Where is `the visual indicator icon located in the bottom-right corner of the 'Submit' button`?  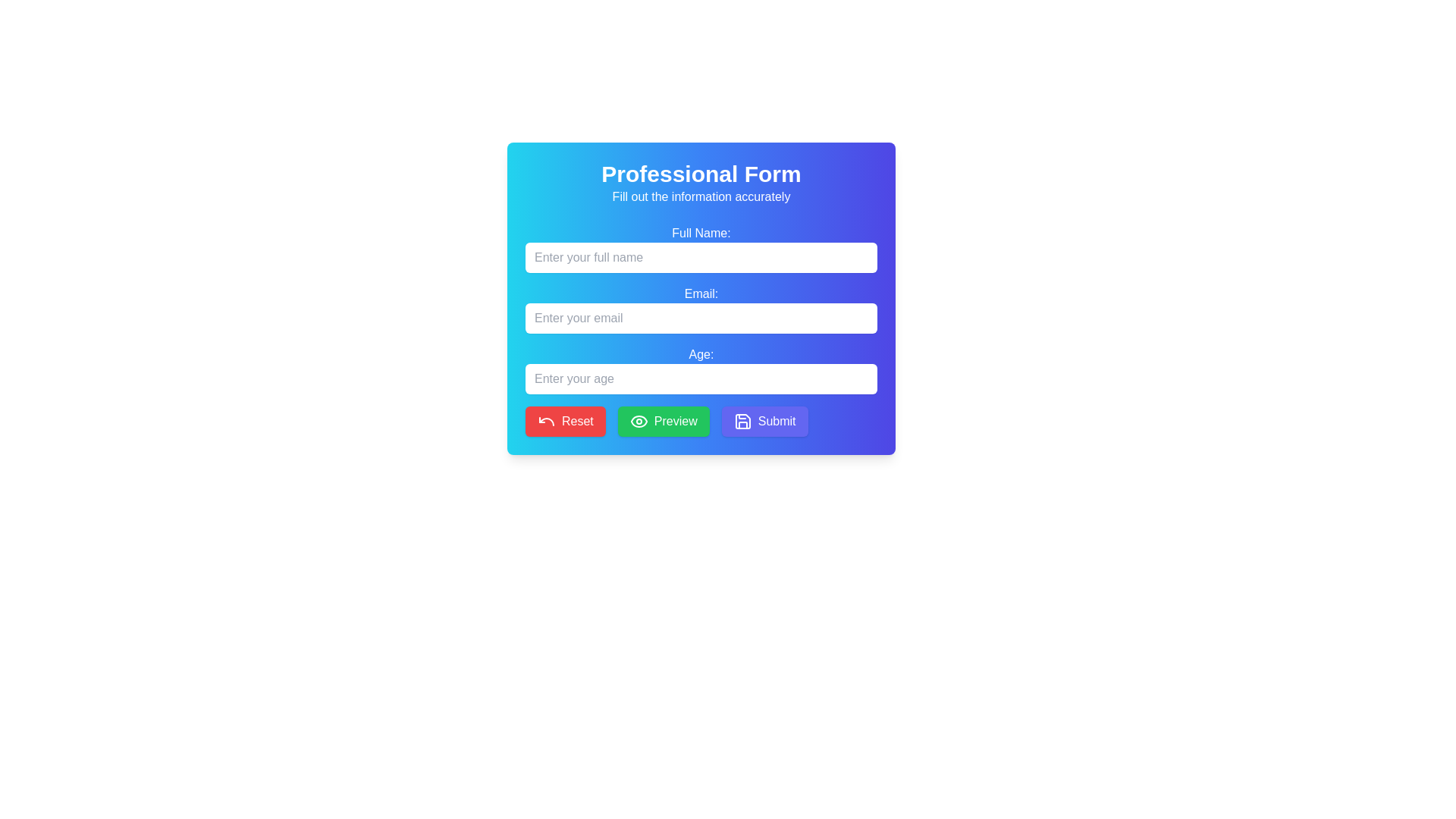
the visual indicator icon located in the bottom-right corner of the 'Submit' button is located at coordinates (742, 421).